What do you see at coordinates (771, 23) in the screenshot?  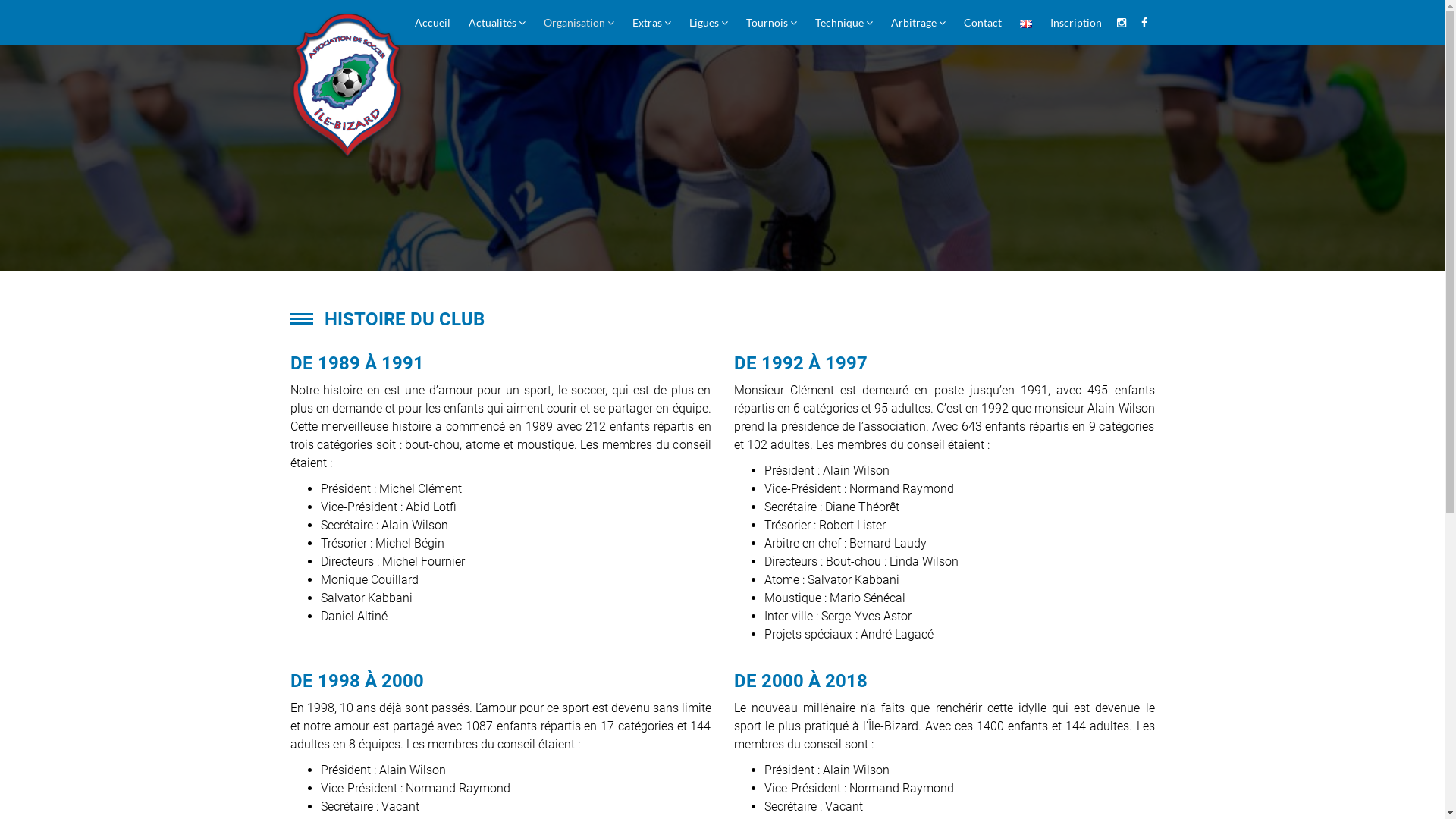 I see `'Tournois'` at bounding box center [771, 23].